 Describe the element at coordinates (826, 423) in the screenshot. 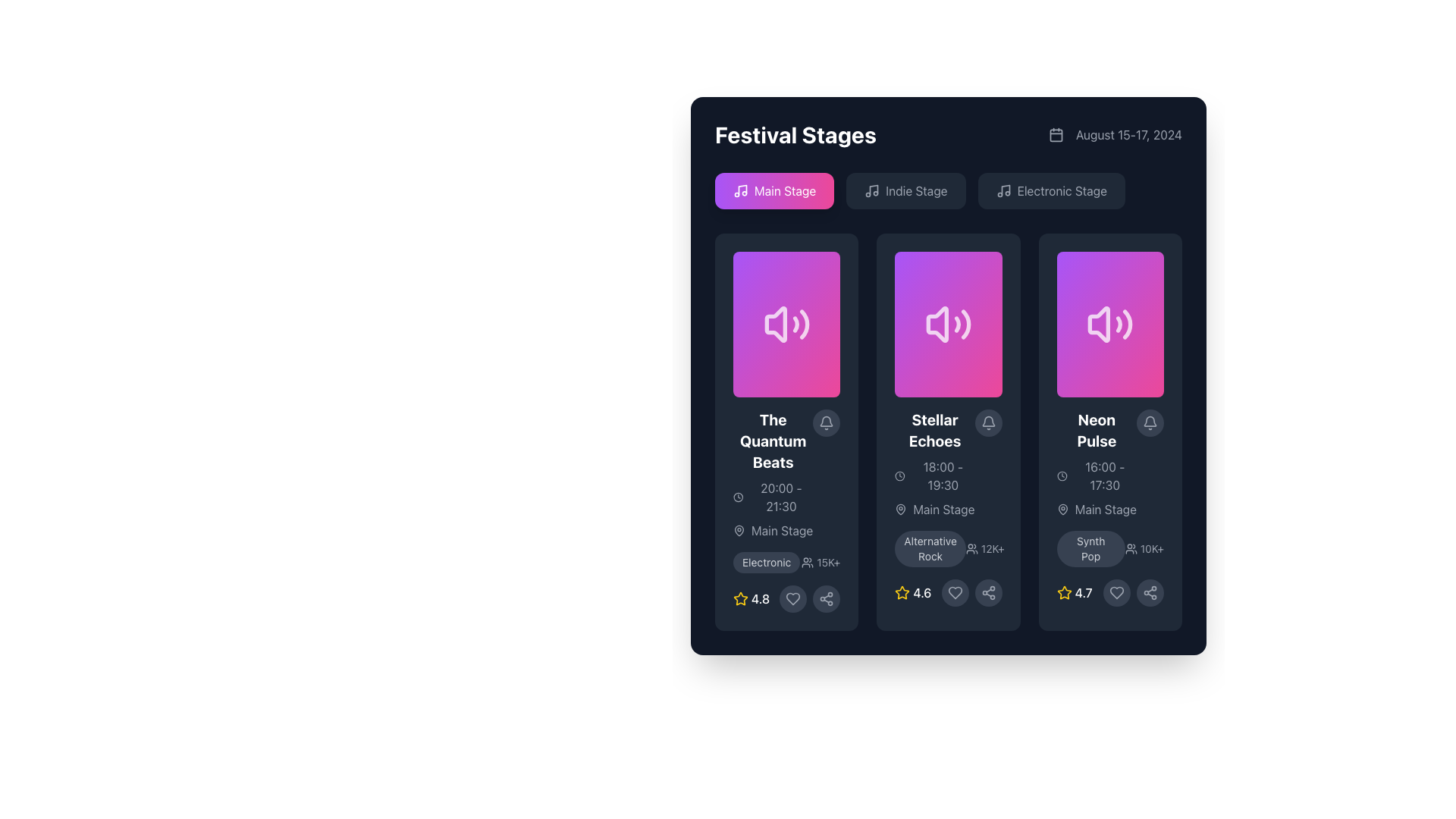

I see `the circular button with a bell icon in the top right corner of the 'The Quantum Beats' card` at that location.